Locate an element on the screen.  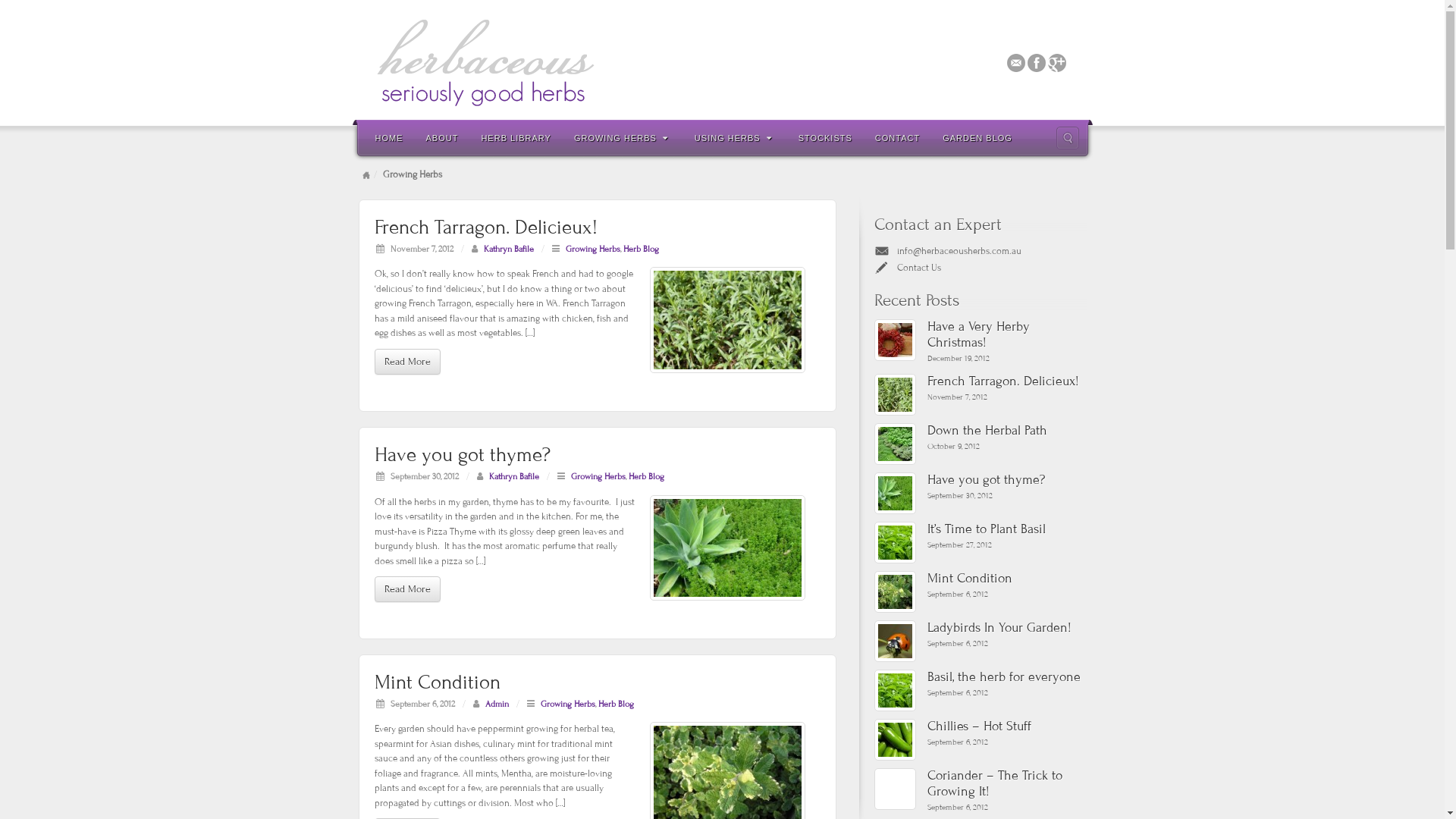
'USING HERBS' is located at coordinates (682, 137).